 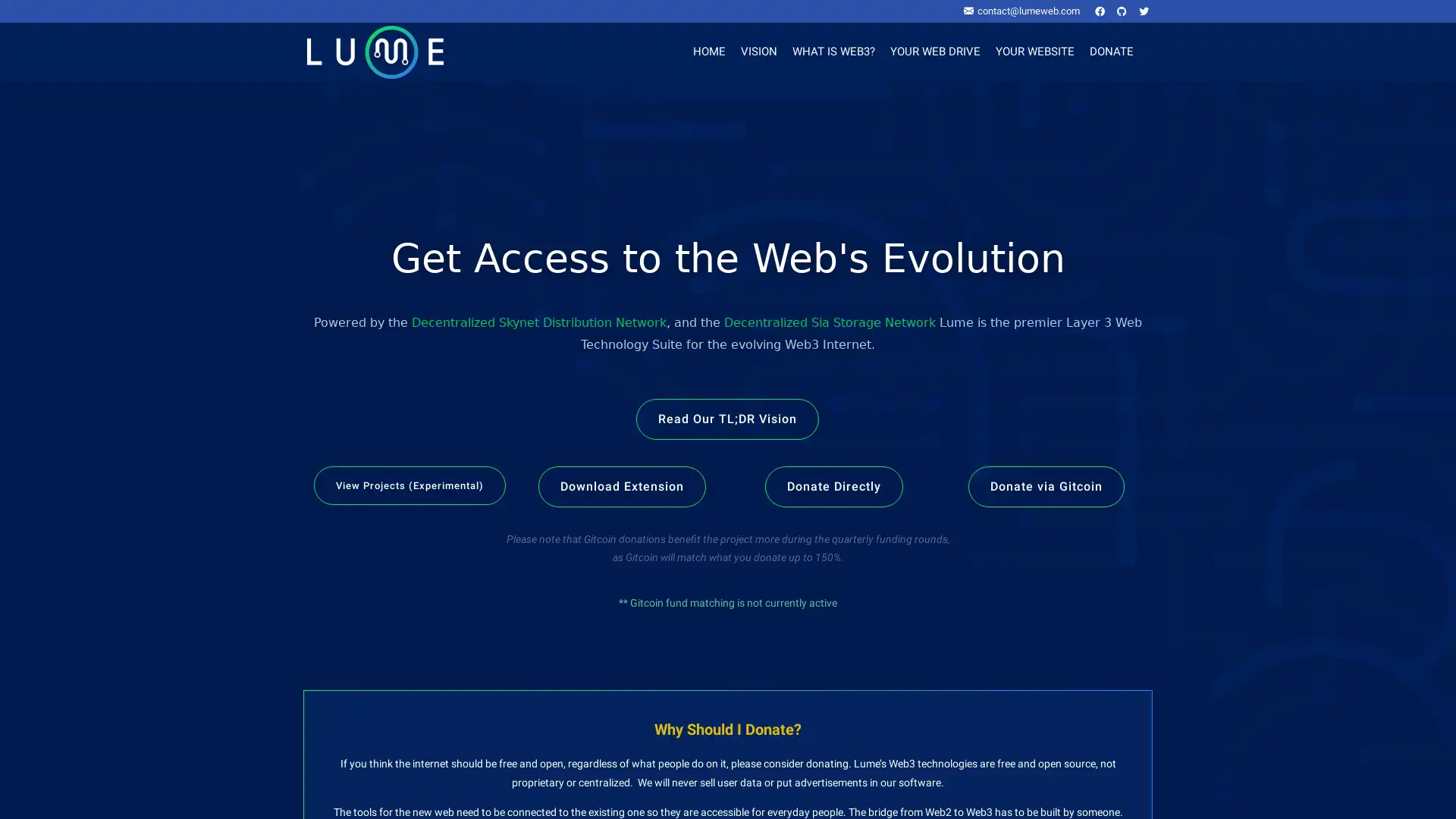 What do you see at coordinates (726, 418) in the screenshot?
I see `Read Our TL;DR Vision` at bounding box center [726, 418].